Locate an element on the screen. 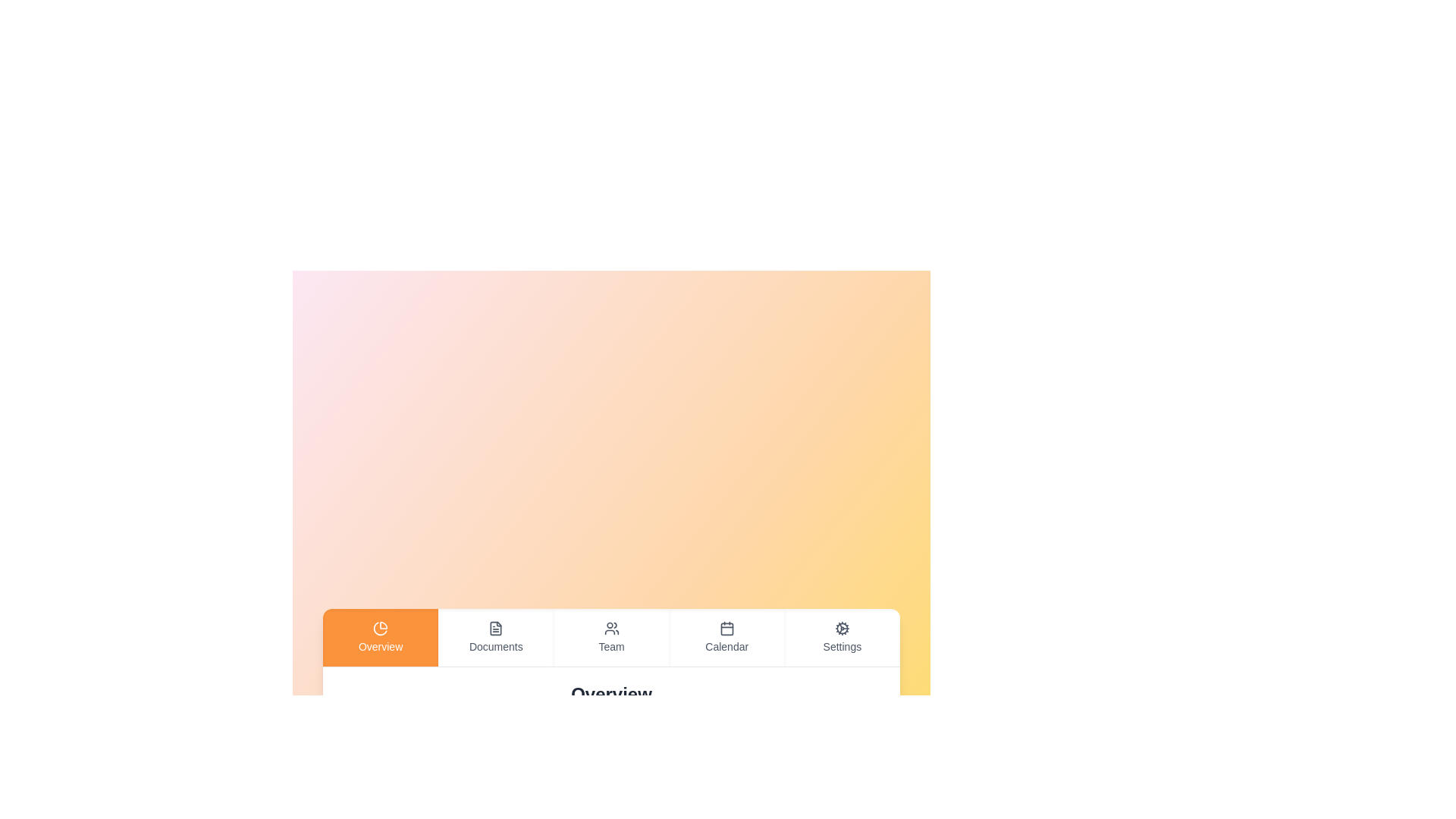 The height and width of the screenshot is (819, 1456). the 'Overview' SVG graphic icon located in the bottom navigation bar, which is centered within the orange section labeled 'Overview' is located at coordinates (381, 628).